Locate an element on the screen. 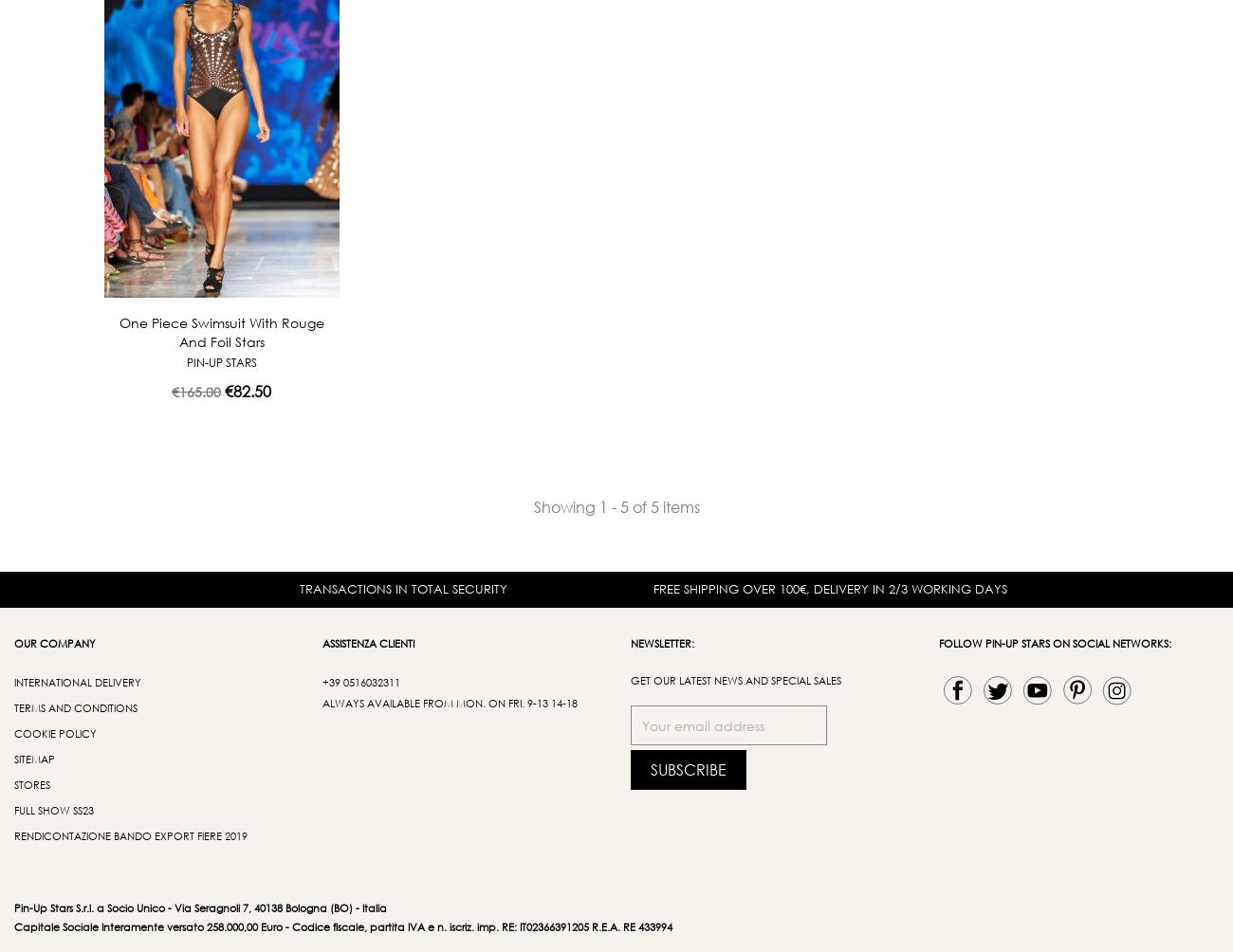  'Cookie Policy' is located at coordinates (55, 733).